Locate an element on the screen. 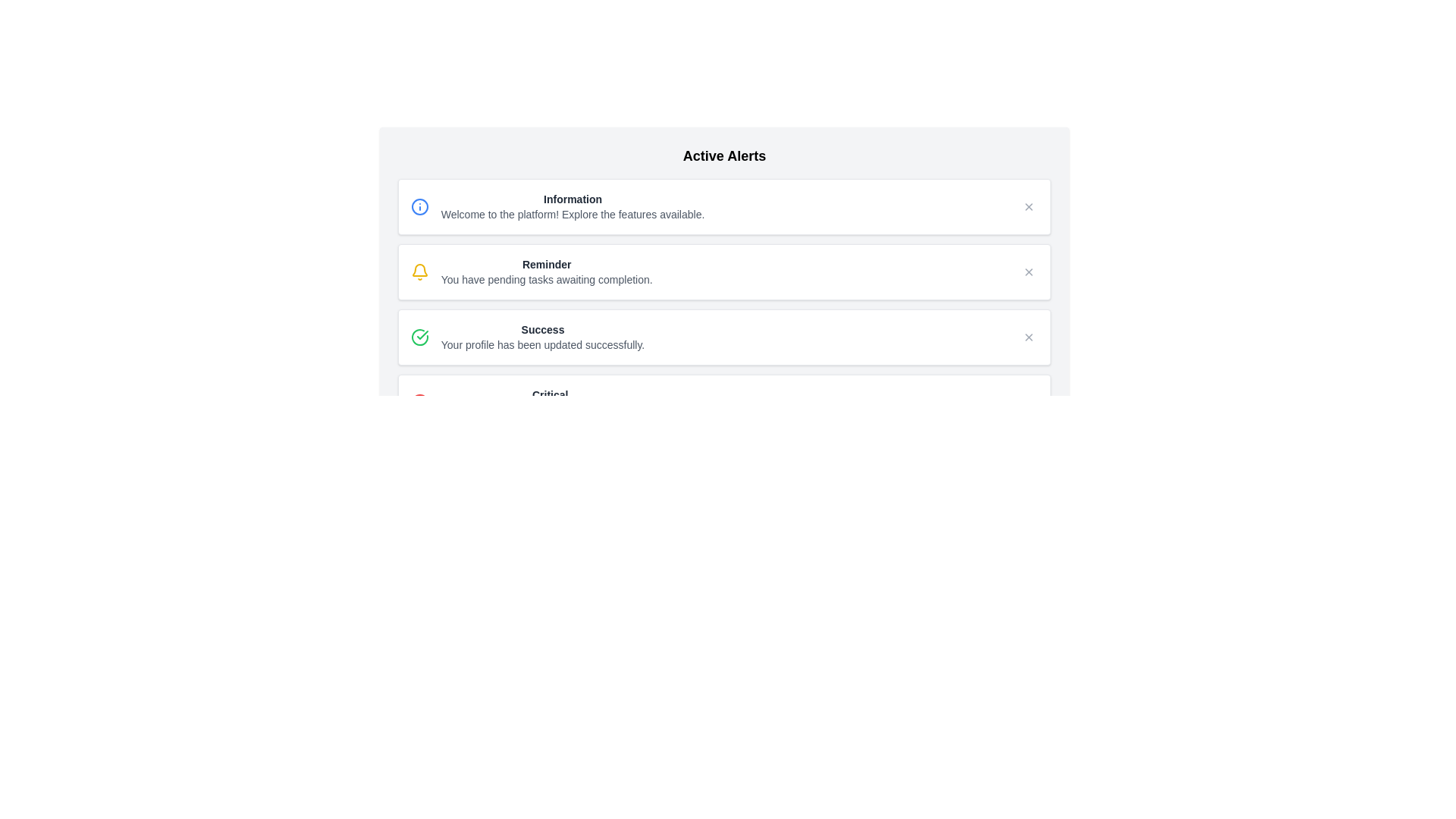 The height and width of the screenshot is (819, 1456). the close icon button (an 'X' formed by two diagonal lines) located at the right-hand edge of the 'Reminder' alert is located at coordinates (1029, 271).